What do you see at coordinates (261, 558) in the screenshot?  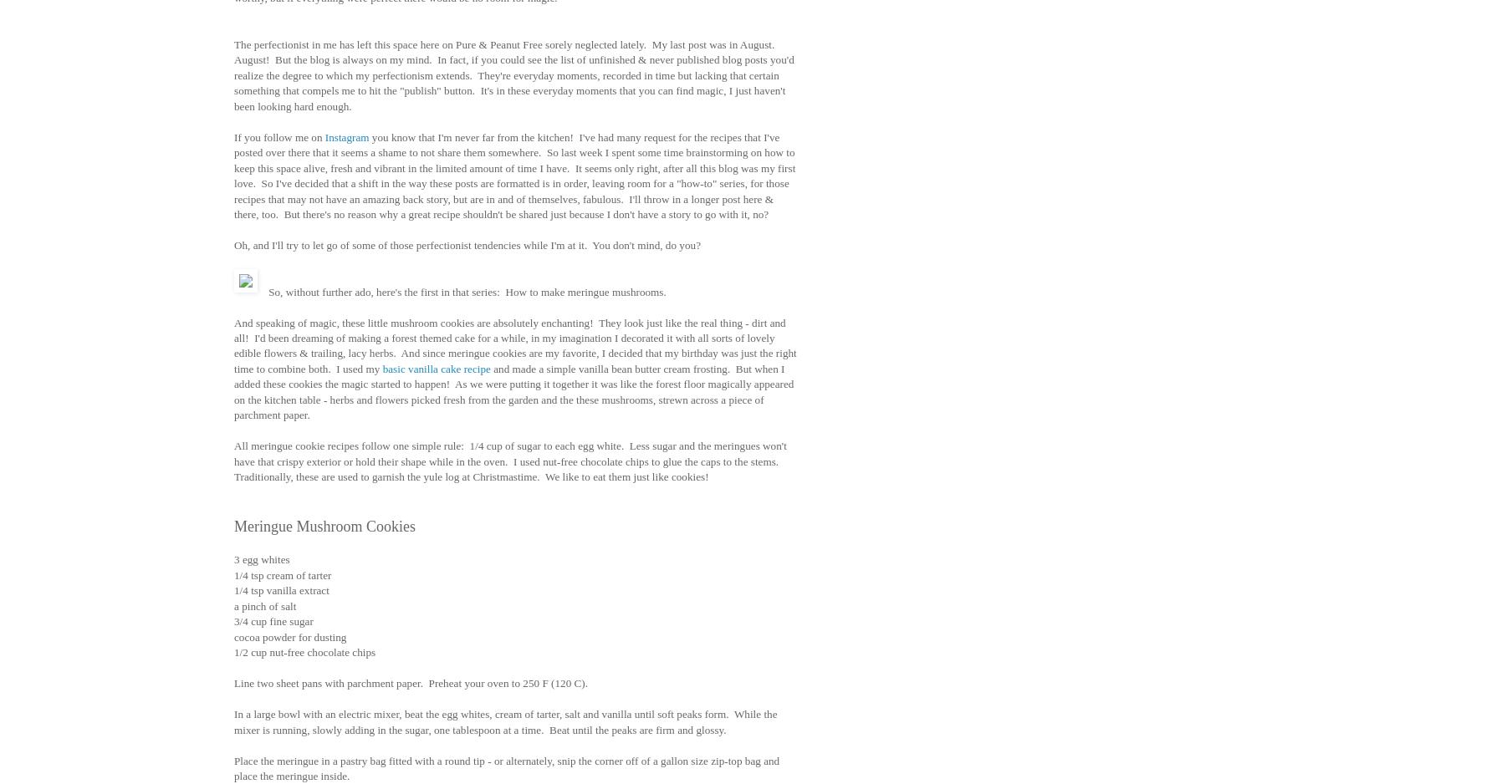 I see `'3 egg whites'` at bounding box center [261, 558].